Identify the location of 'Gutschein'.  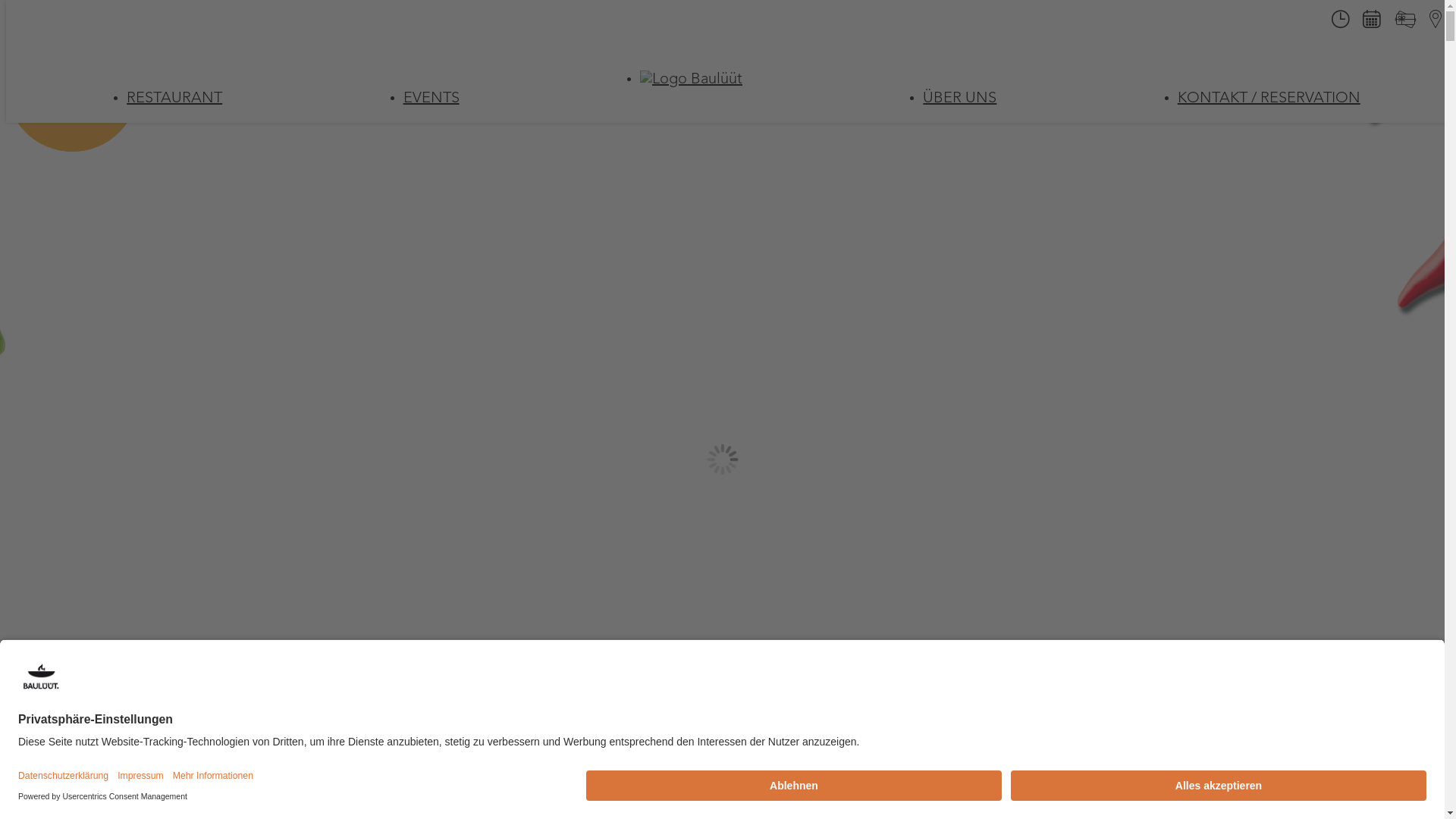
(1404, 25).